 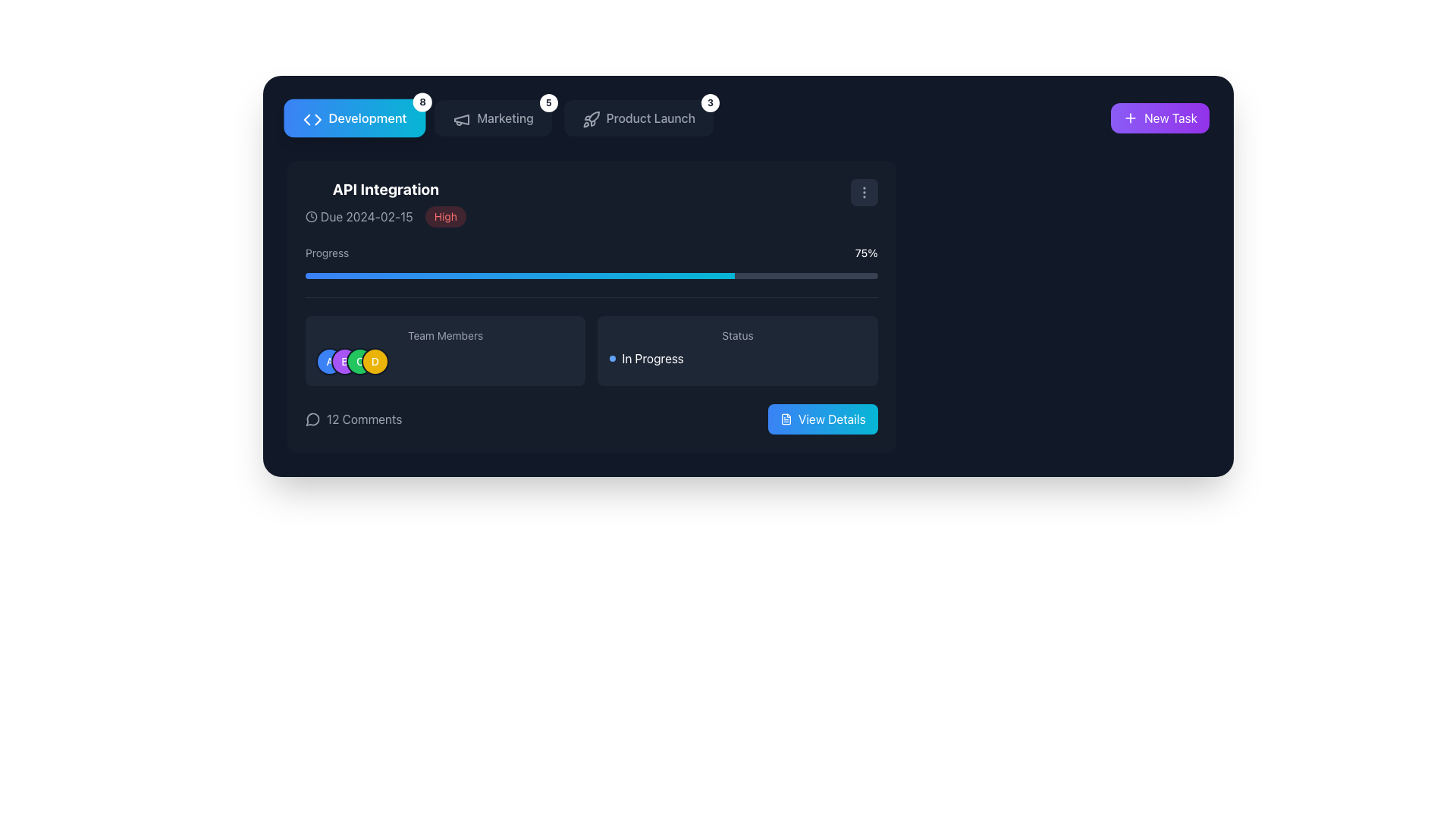 I want to click on the text label displaying the due date and priority level for the task located beneath the 'API Integration' heading and to the left of the 'Progress' bar, so click(x=385, y=216).